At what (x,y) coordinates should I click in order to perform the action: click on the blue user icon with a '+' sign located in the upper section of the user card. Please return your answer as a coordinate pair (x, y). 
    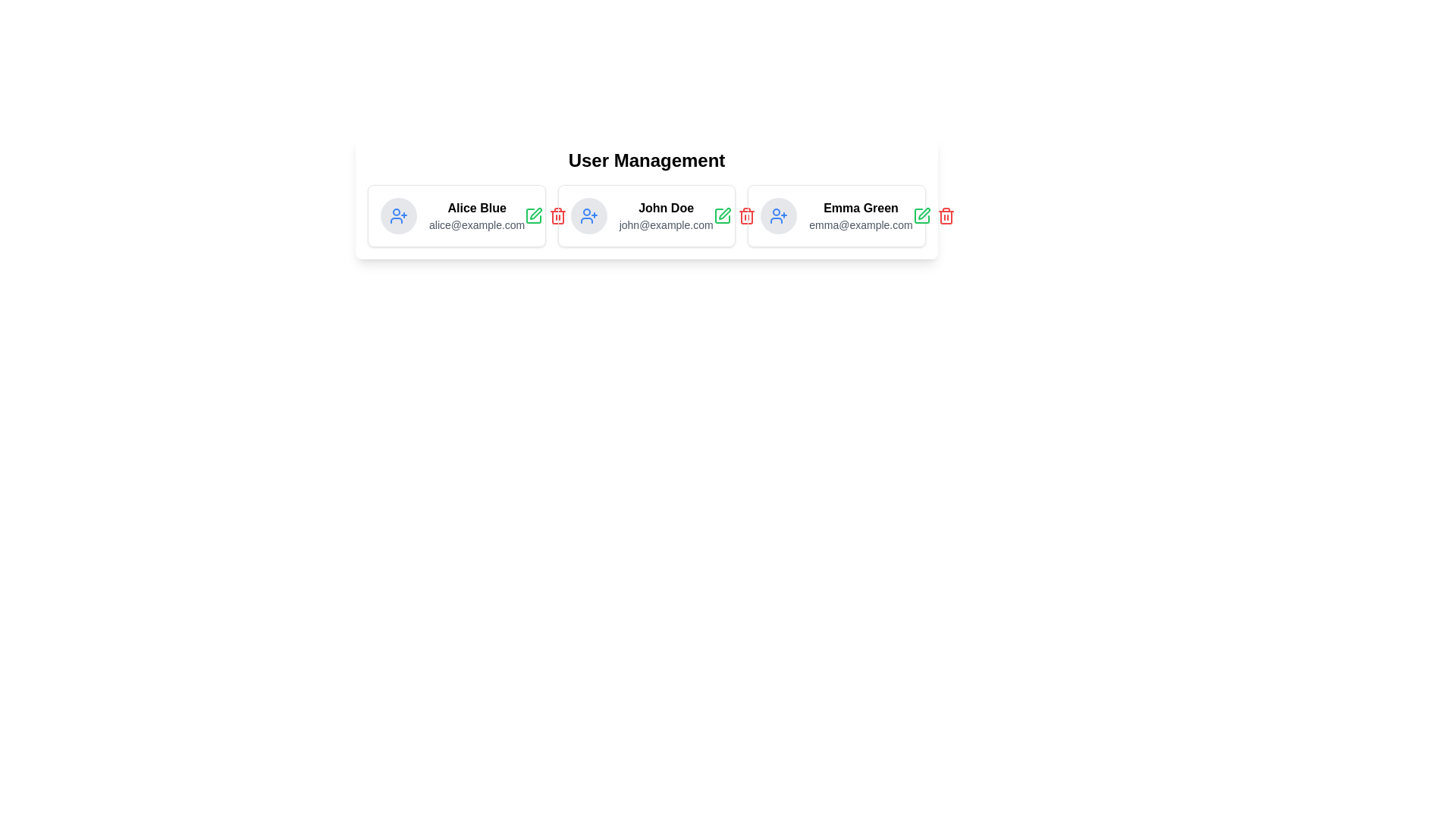
    Looking at the image, I should click on (399, 216).